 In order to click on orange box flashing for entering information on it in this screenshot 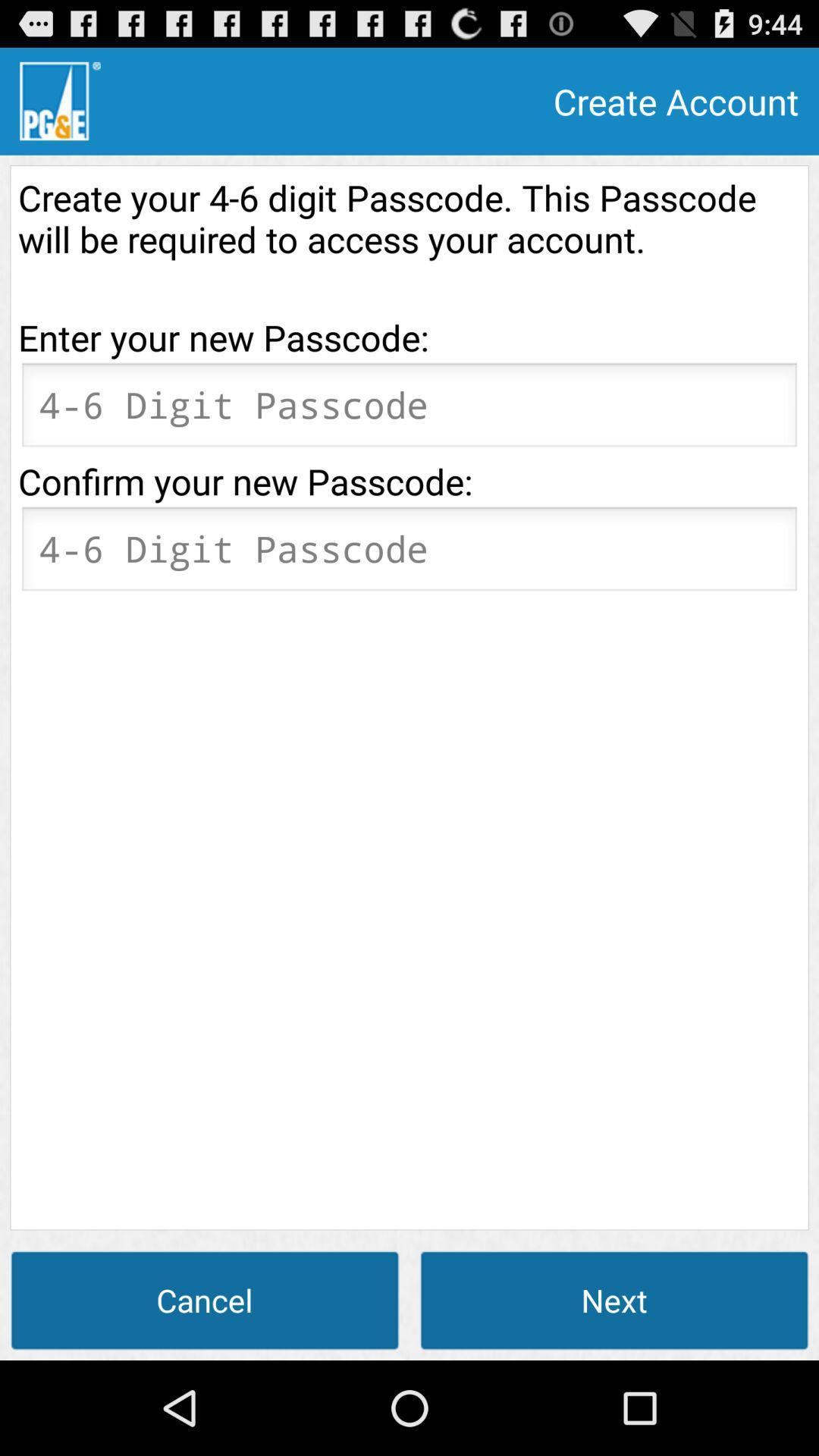, I will do `click(409, 409)`.